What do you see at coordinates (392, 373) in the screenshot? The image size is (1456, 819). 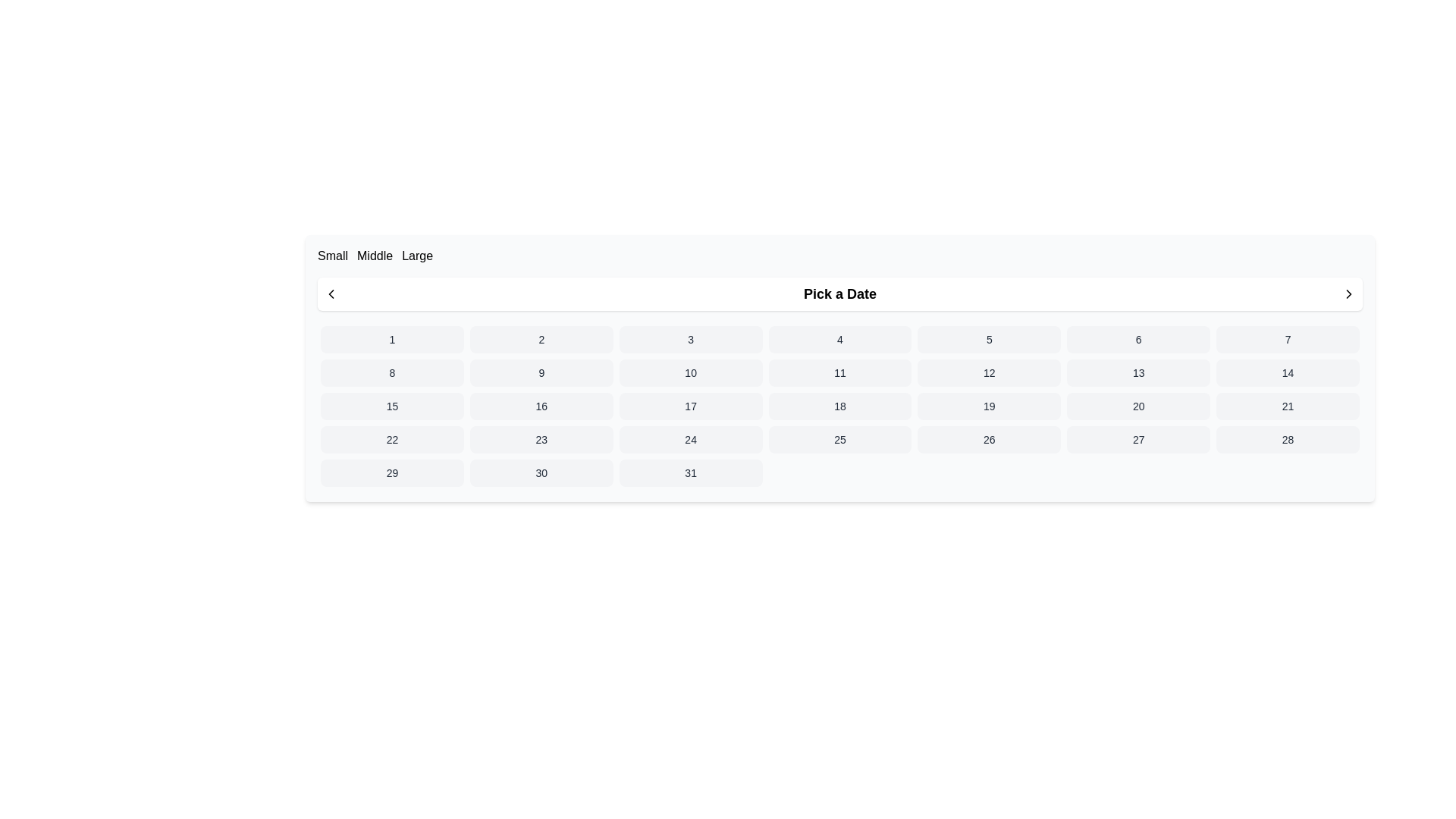 I see `the button representing the value '8' in the number picker interface` at bounding box center [392, 373].